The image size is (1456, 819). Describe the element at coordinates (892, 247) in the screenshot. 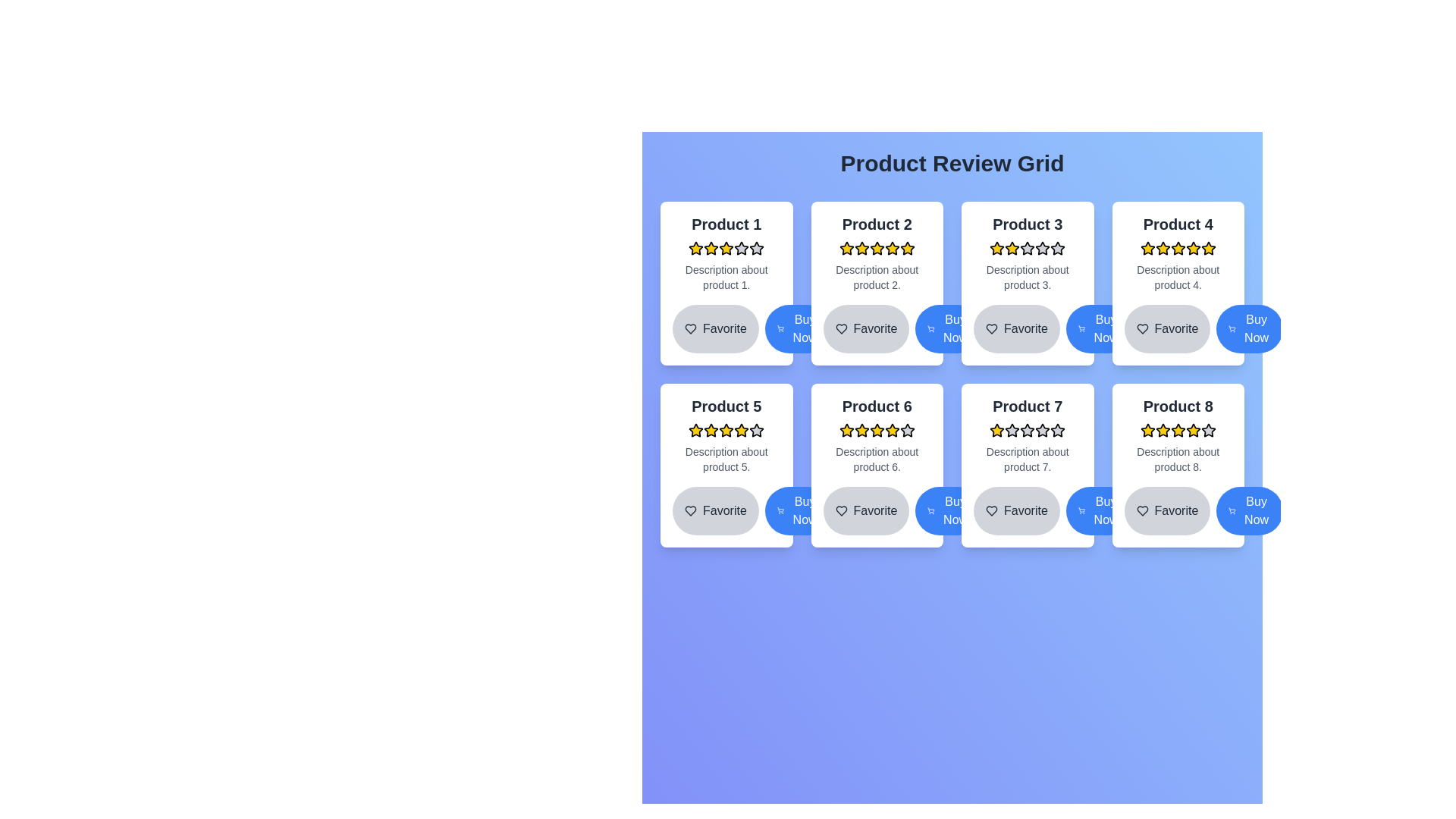

I see `on the fifth yellow star icon in the product rating section for 'Product 2'` at that location.